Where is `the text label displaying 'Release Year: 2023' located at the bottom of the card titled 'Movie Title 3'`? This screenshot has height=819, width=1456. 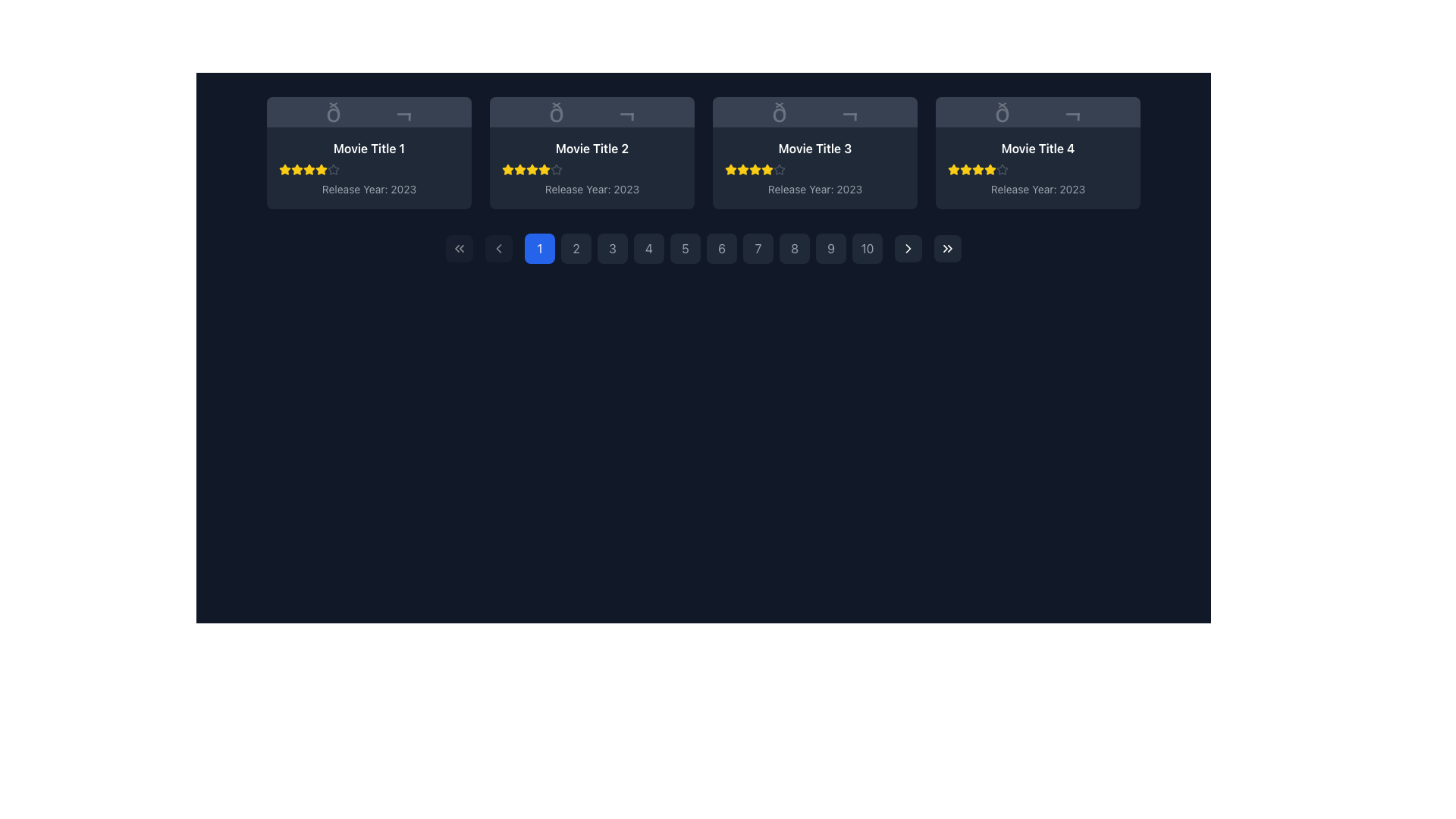 the text label displaying 'Release Year: 2023' located at the bottom of the card titled 'Movie Title 3' is located at coordinates (814, 189).